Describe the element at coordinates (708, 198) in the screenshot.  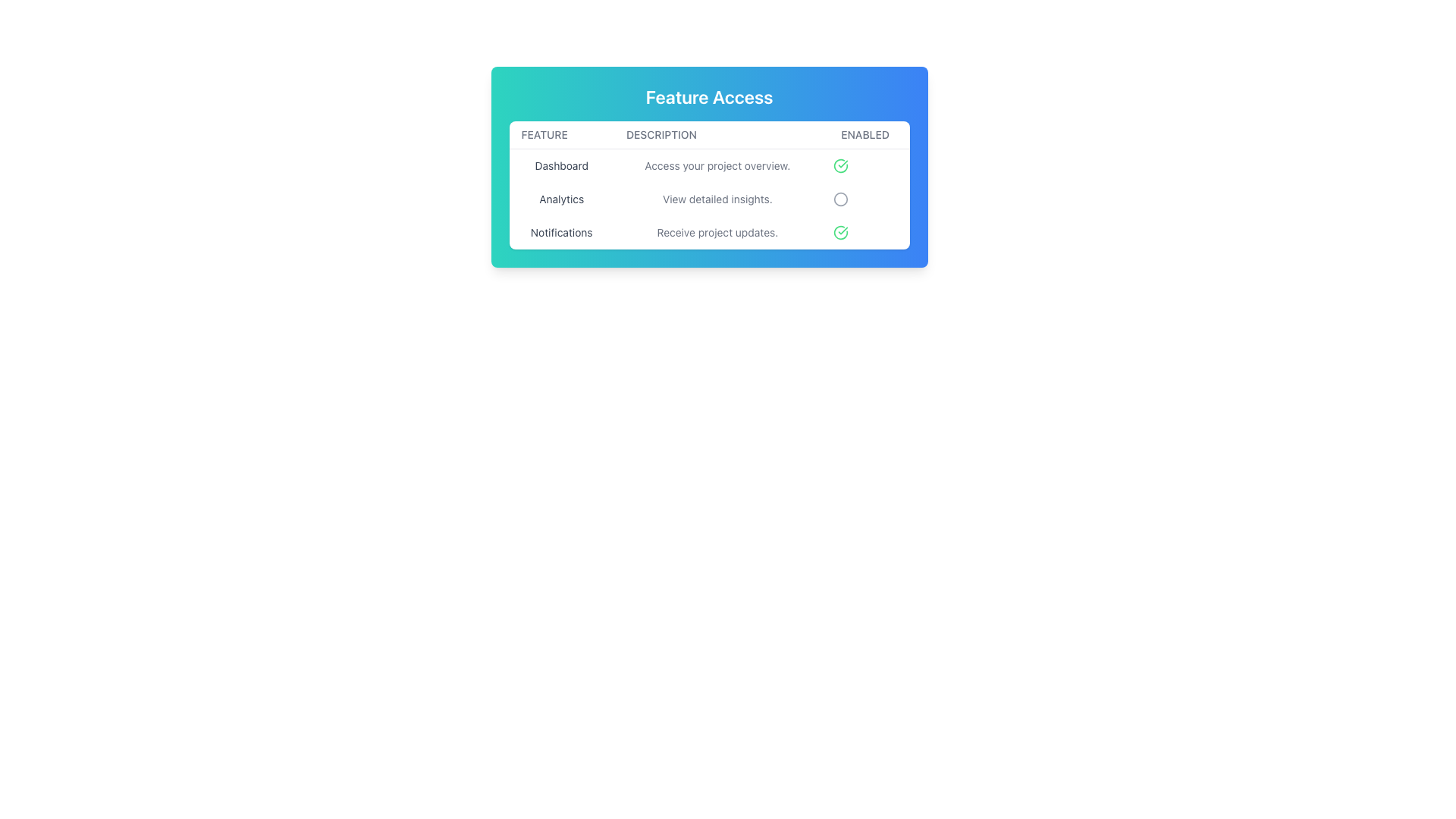
I see `textual information from the middle row of the 'Feature Access' table that provides insights about the 'Analytics' feature and its status` at that location.